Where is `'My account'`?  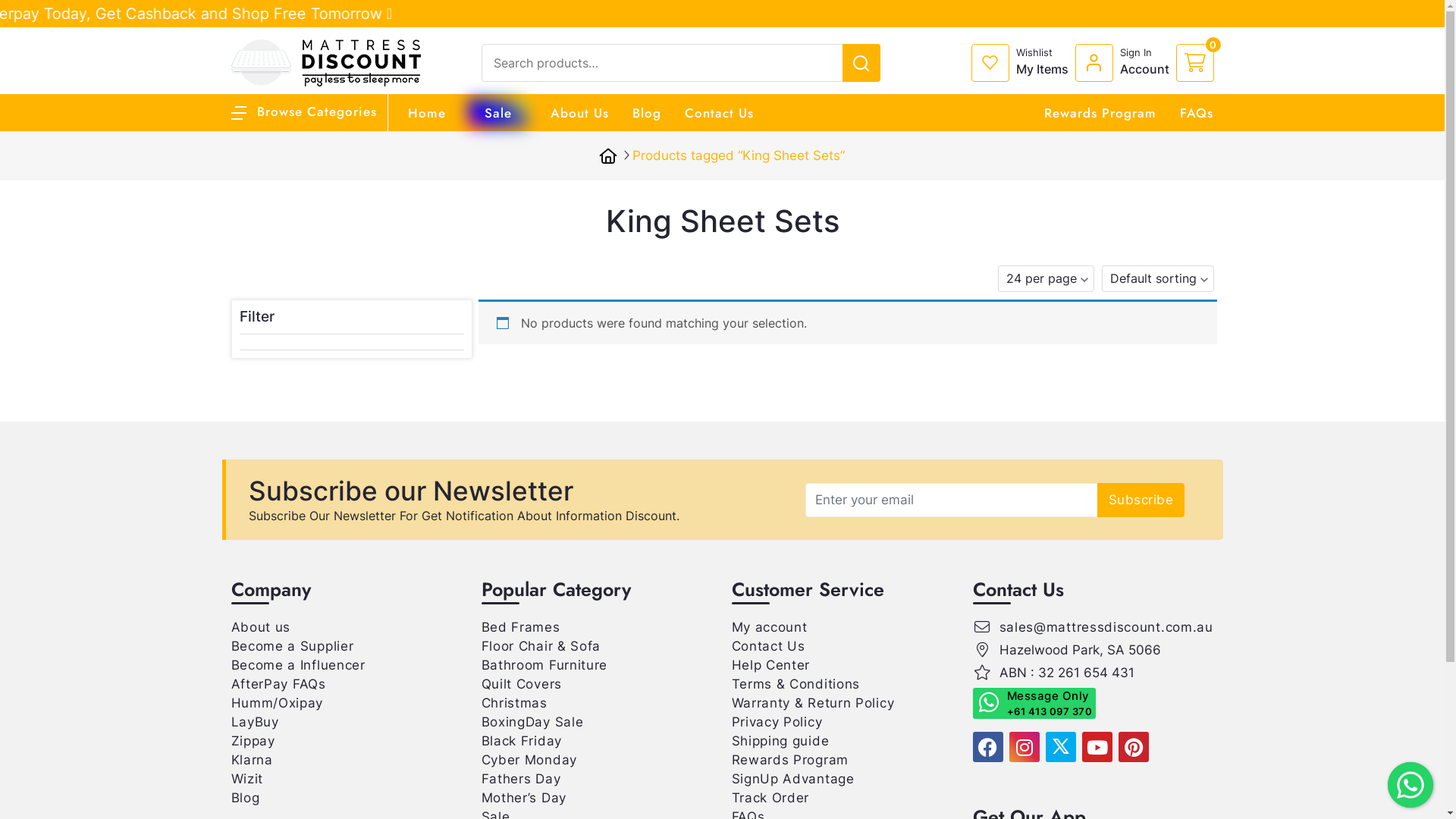 'My account' is located at coordinates (768, 626).